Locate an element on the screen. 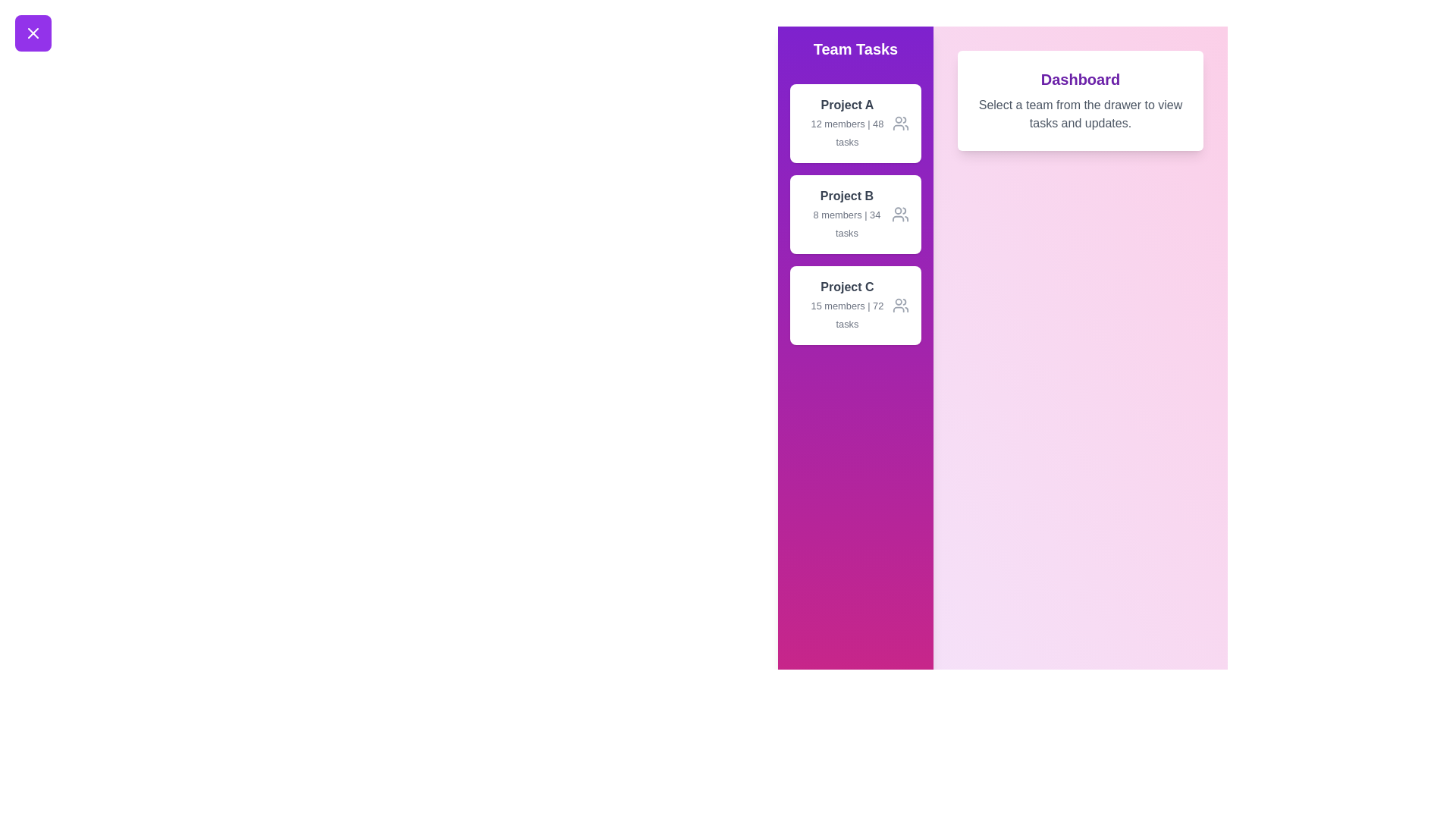 This screenshot has height=819, width=1456. the Team Tasks drawer header to interact with it is located at coordinates (855, 49).